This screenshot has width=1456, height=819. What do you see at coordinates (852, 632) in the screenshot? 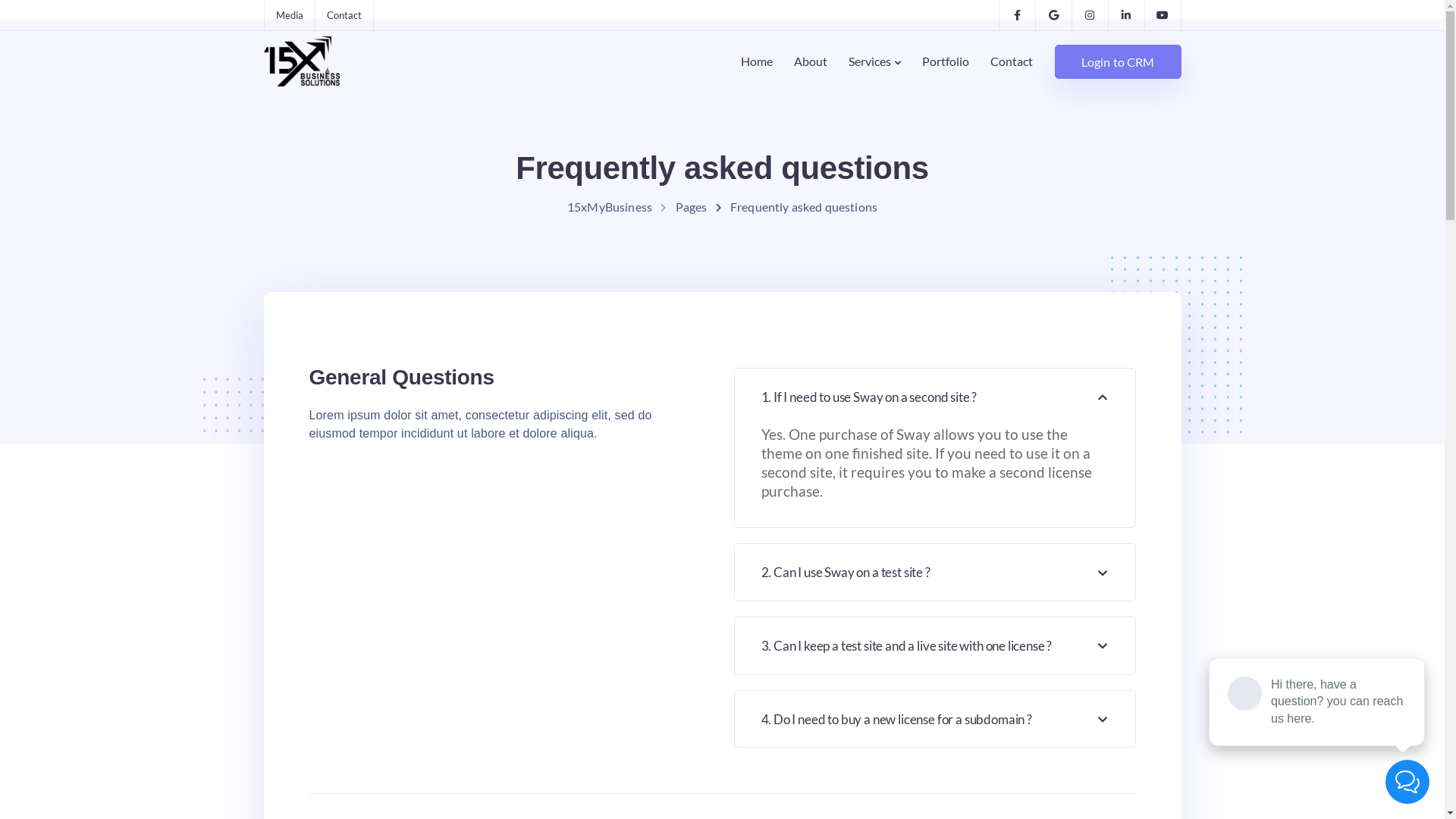
I see `'Social Media Analyzer'` at bounding box center [852, 632].